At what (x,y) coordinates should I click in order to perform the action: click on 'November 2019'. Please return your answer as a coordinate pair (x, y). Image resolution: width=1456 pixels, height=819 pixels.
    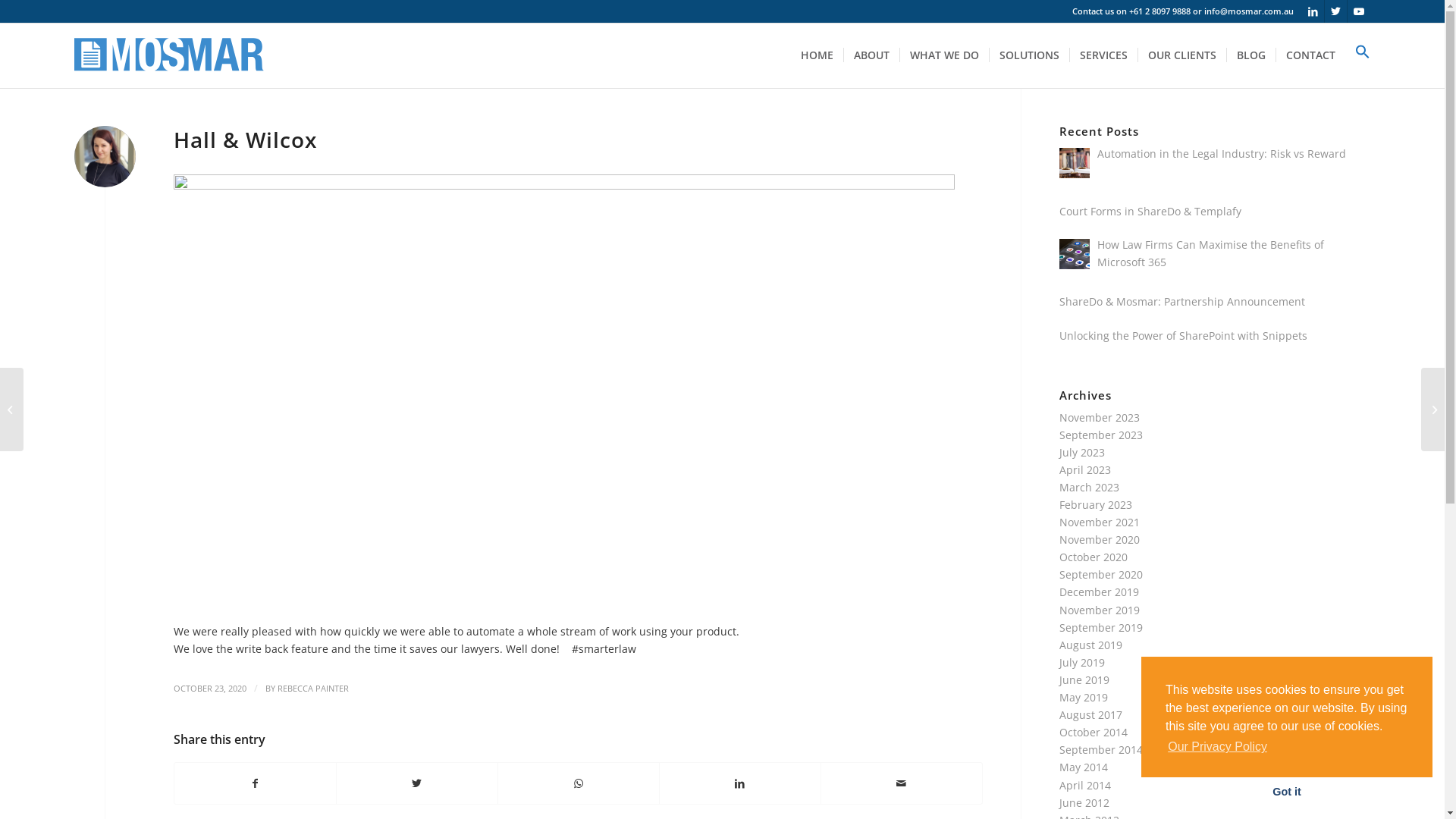
    Looking at the image, I should click on (1099, 609).